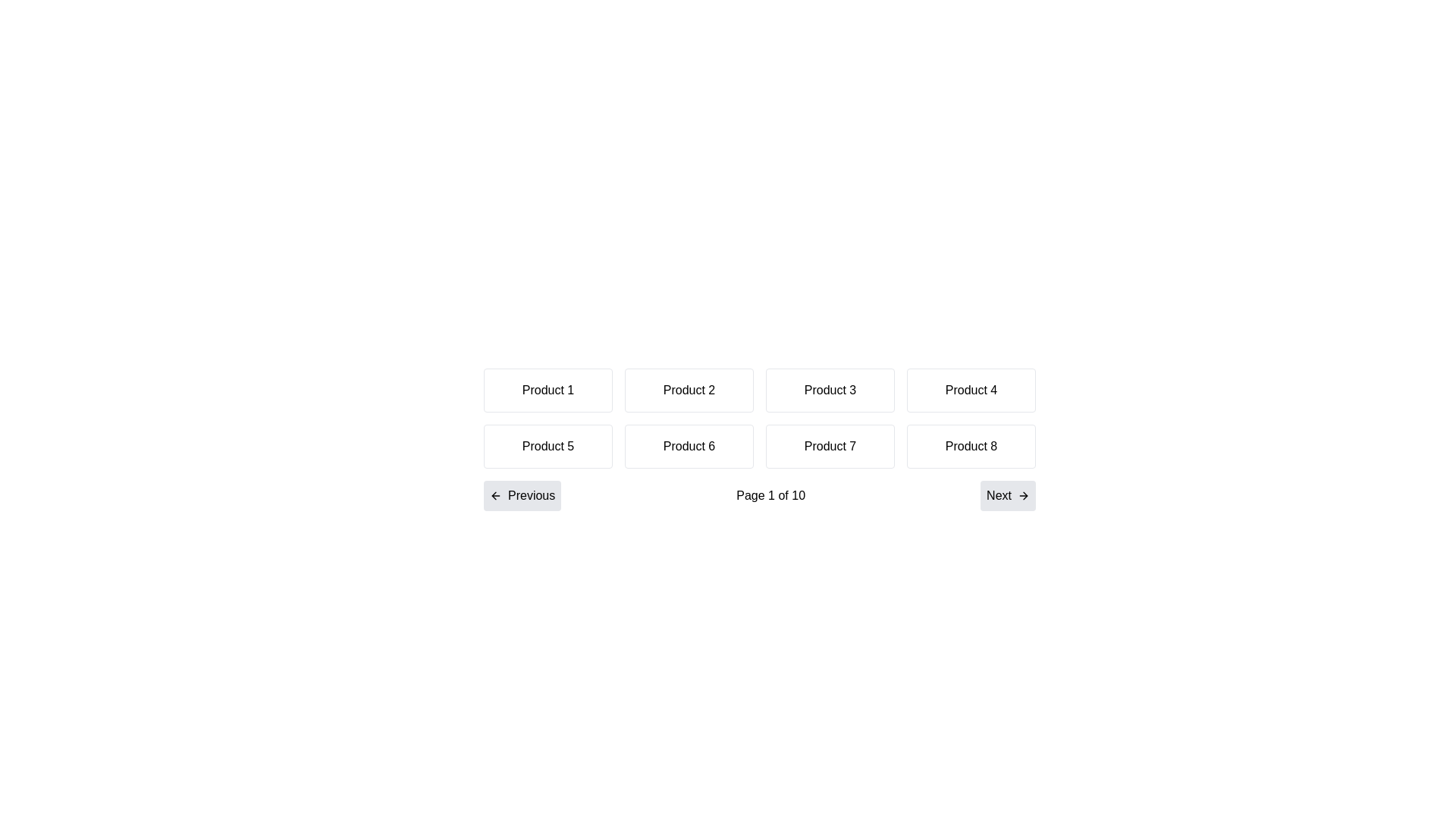 Image resolution: width=1456 pixels, height=819 pixels. Describe the element at coordinates (760, 439) in the screenshot. I see `the button representing the sixth product in the list` at that location.